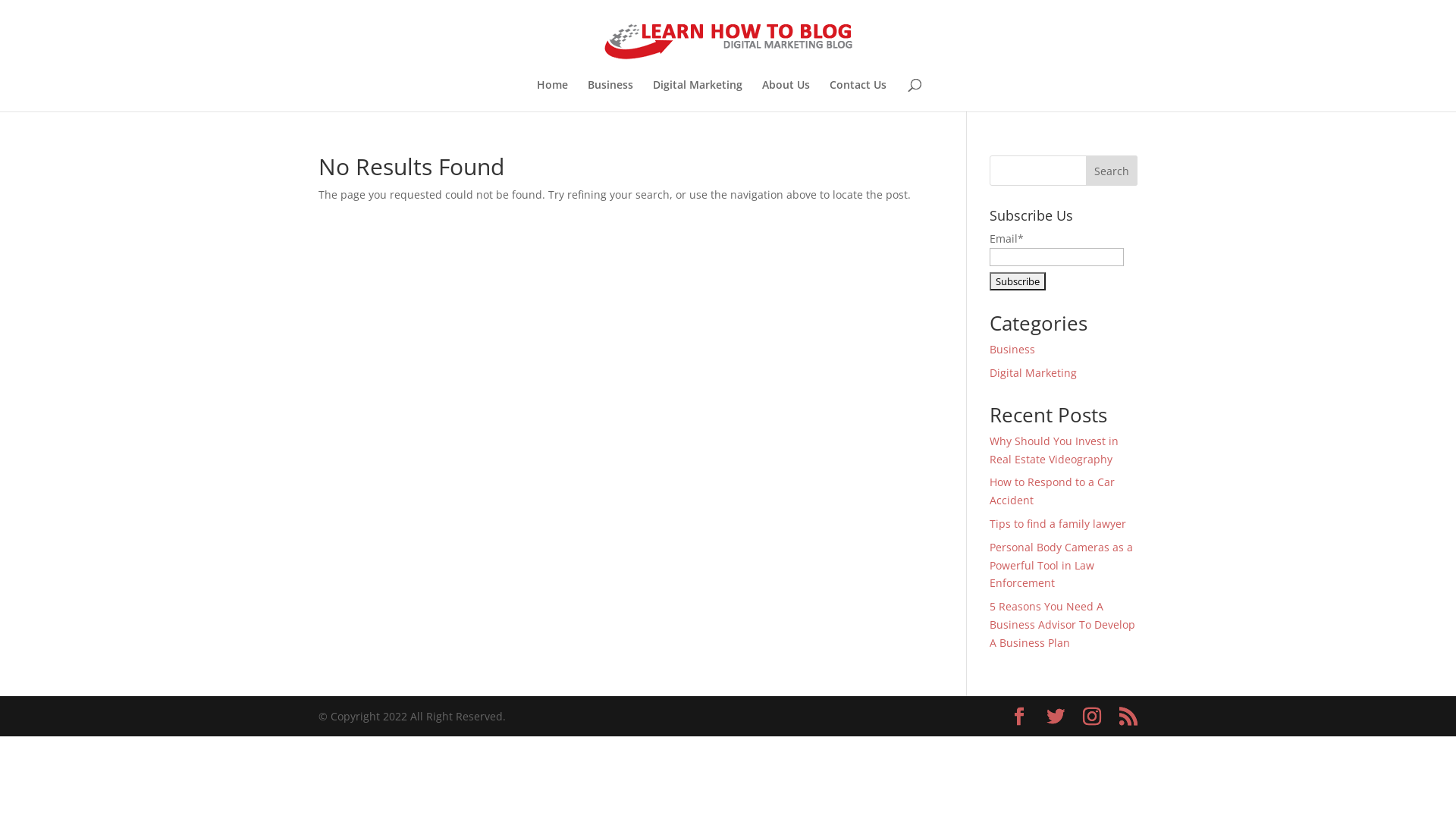 The height and width of the screenshot is (819, 1456). I want to click on 'Why Should You Invest in Real Estate Videography', so click(990, 449).